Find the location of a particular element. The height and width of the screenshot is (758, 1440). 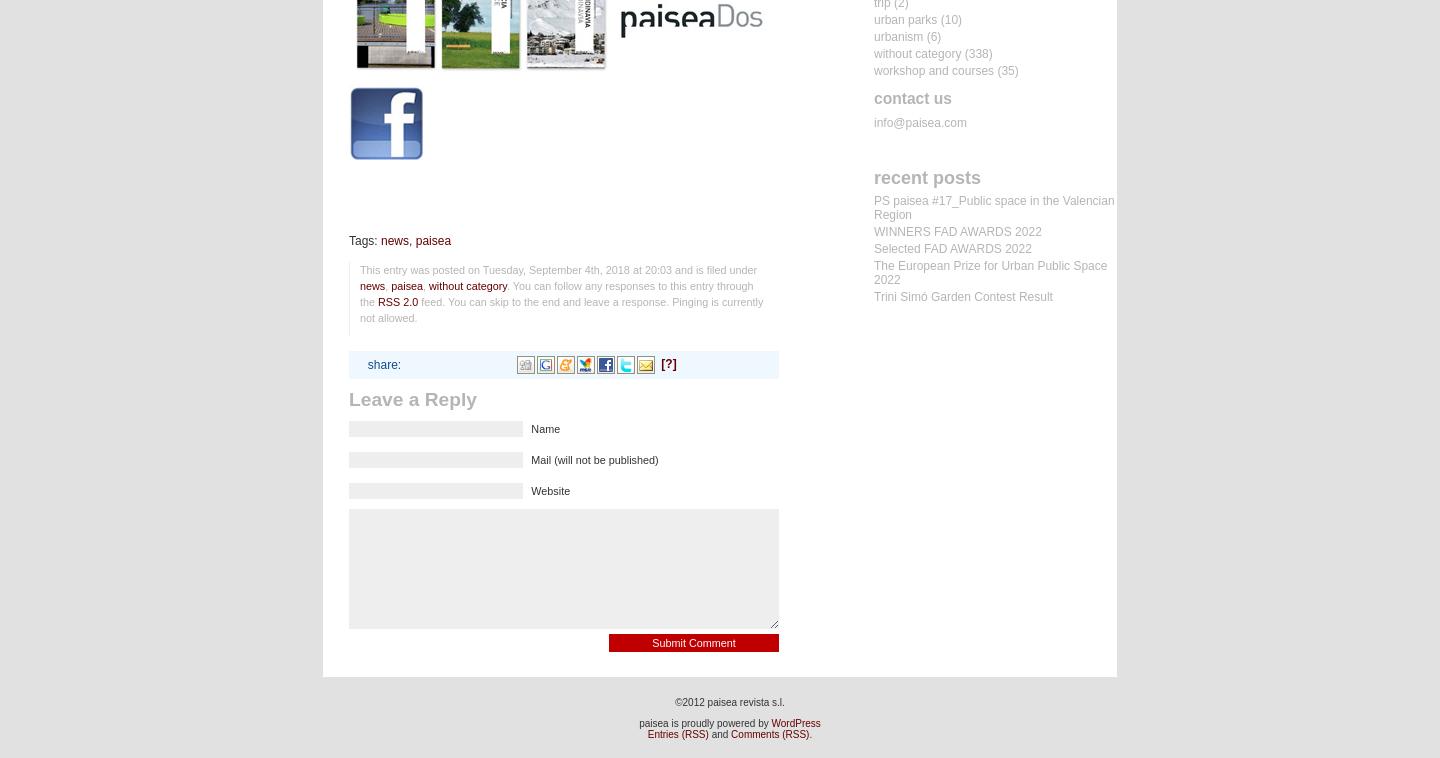

'Selected FAD AWARDS 2022' is located at coordinates (952, 249).